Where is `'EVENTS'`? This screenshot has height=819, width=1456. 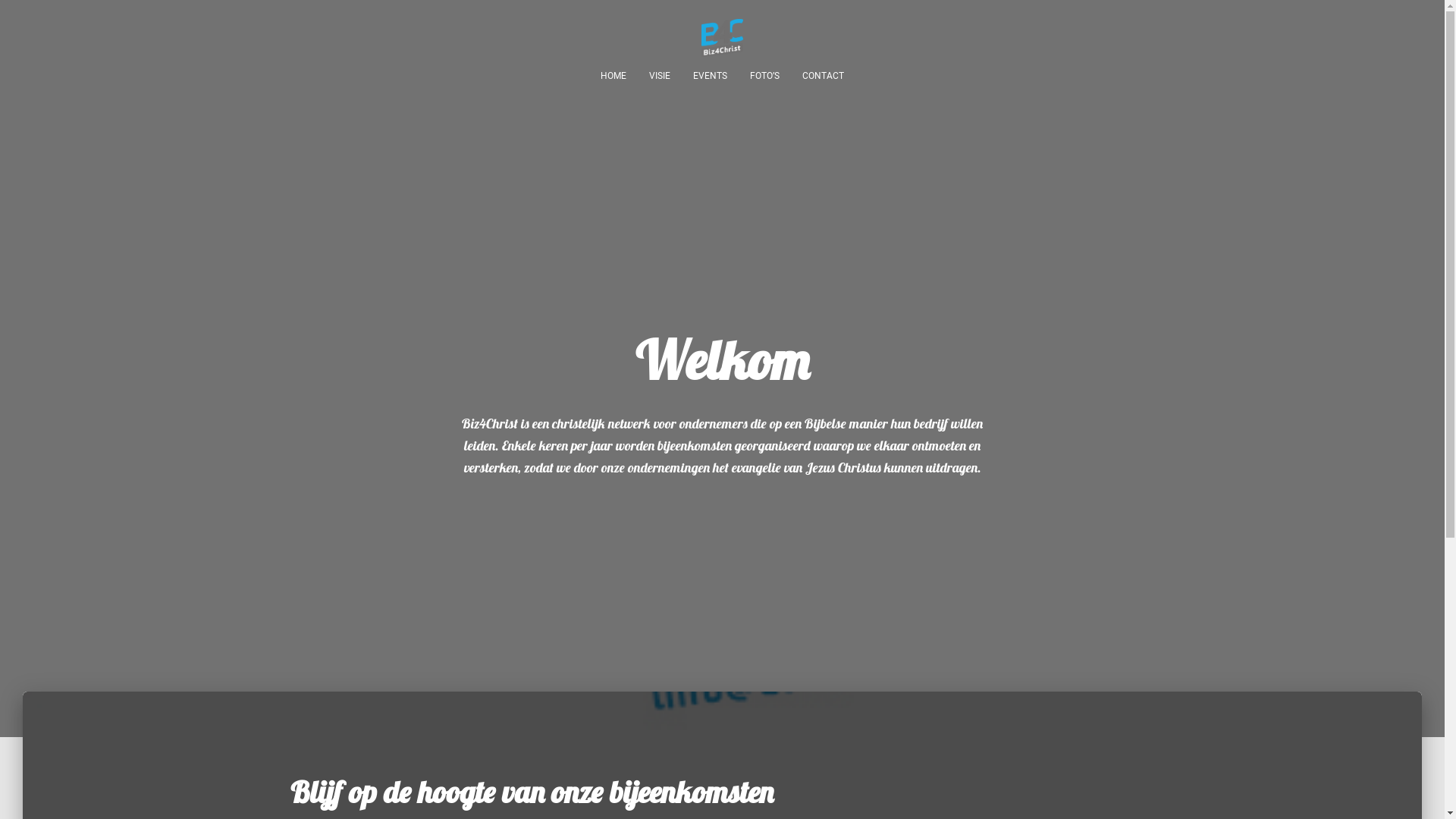 'EVENTS' is located at coordinates (709, 76).